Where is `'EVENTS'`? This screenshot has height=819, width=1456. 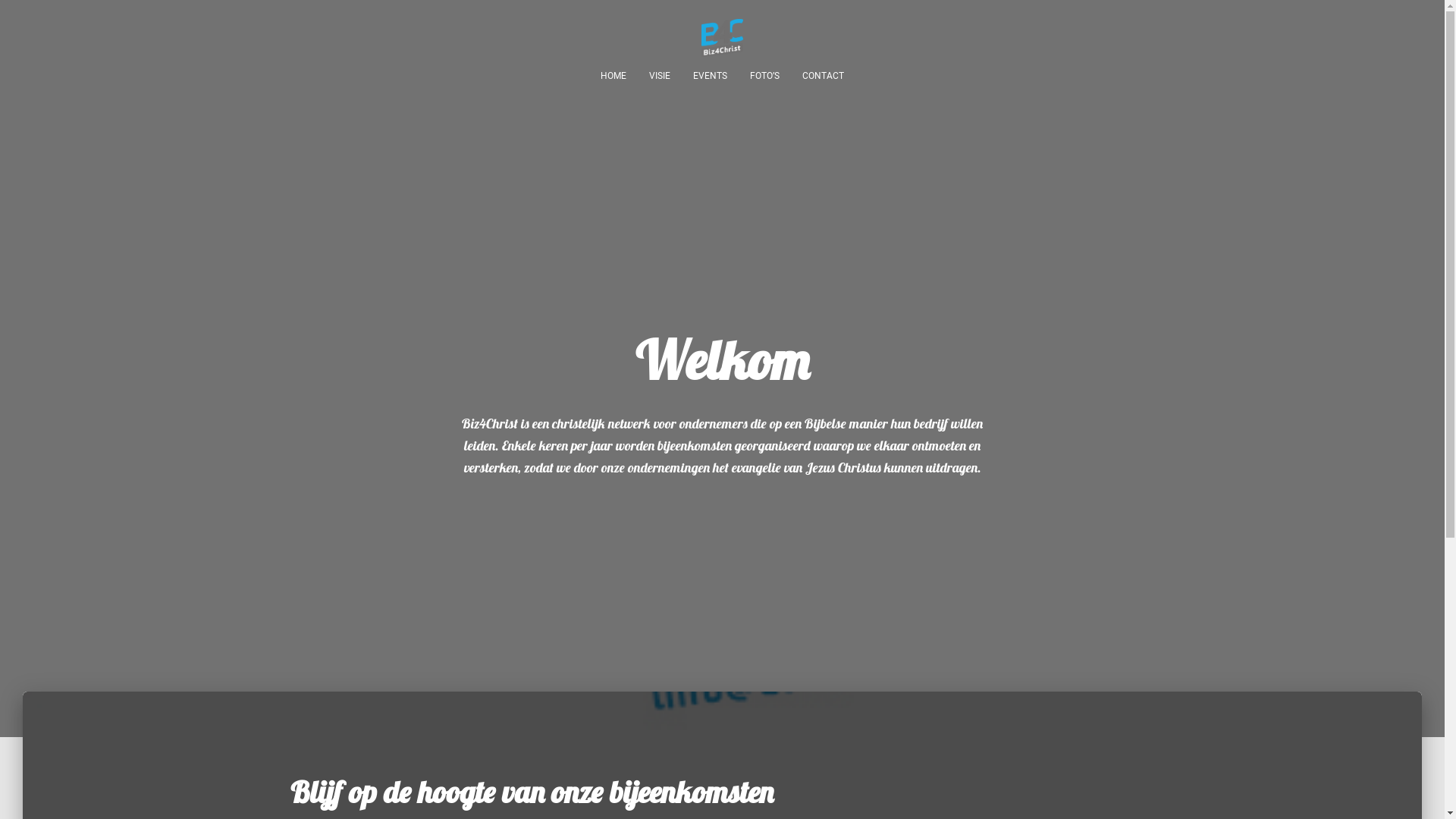 'EVENTS' is located at coordinates (709, 76).